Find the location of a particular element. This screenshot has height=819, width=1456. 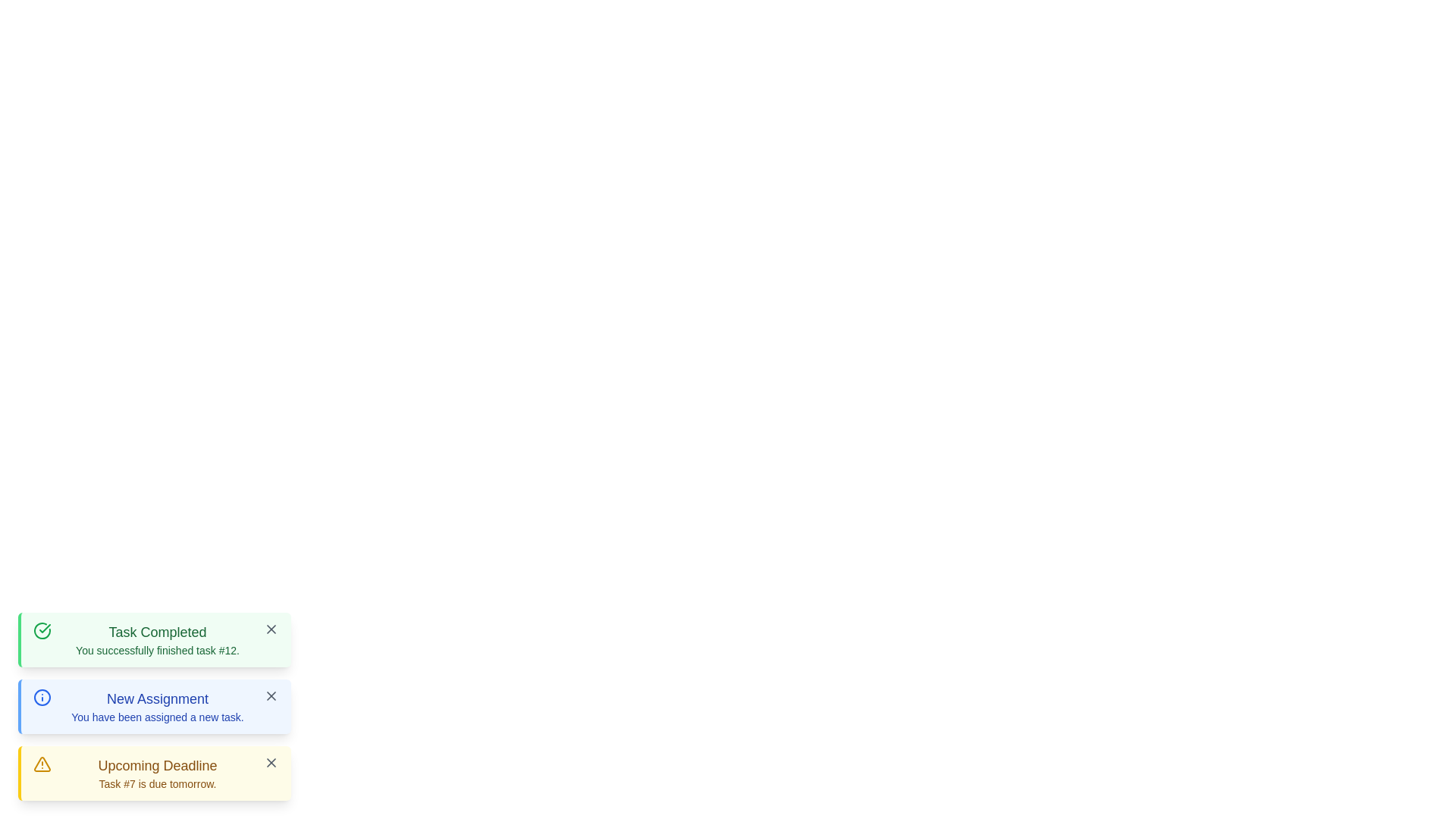

the close button located in the top-right corner of the 'Upcoming Deadline' notification is located at coordinates (271, 763).